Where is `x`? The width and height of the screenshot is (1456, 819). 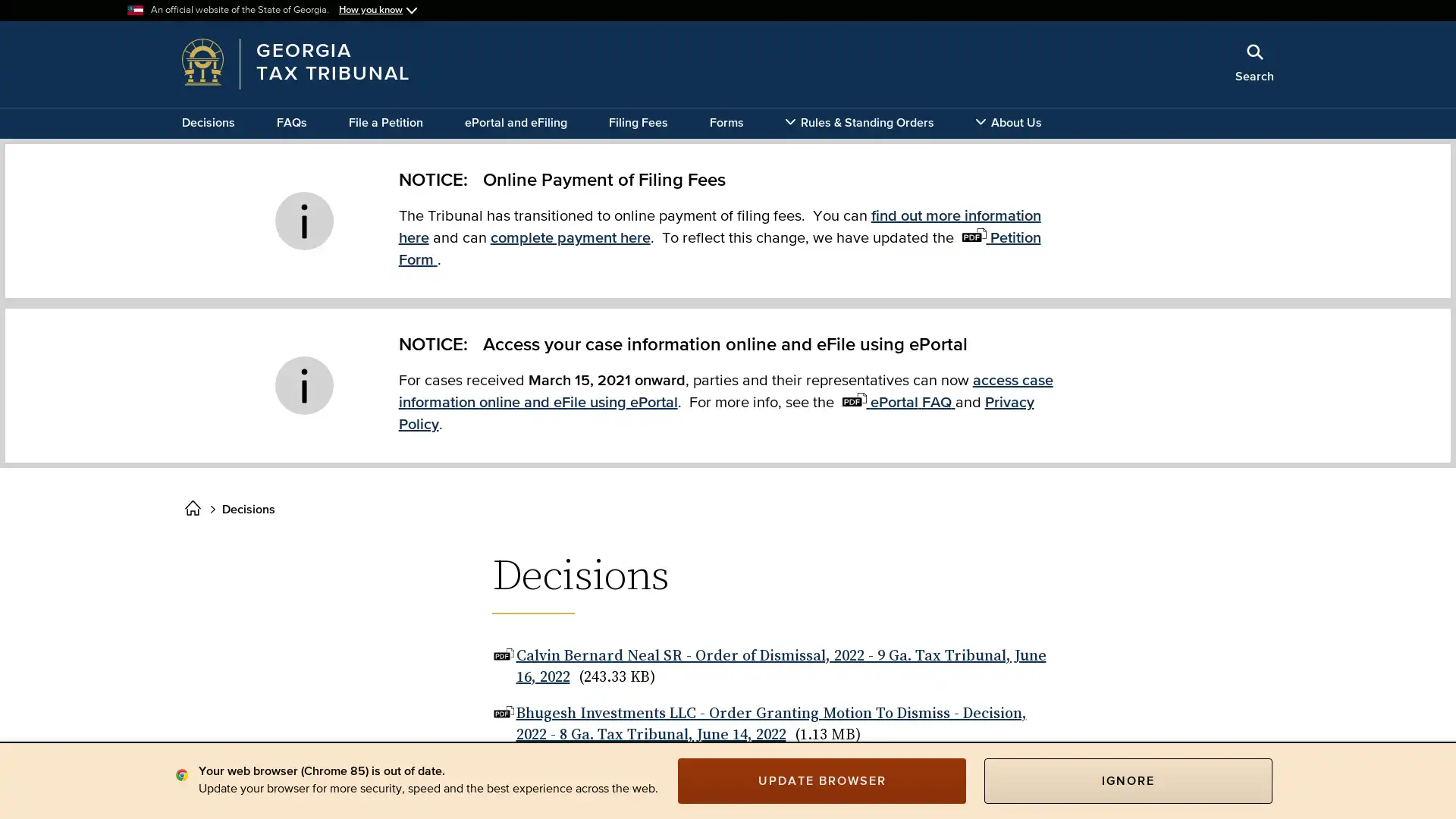 x is located at coordinates (326, 247).